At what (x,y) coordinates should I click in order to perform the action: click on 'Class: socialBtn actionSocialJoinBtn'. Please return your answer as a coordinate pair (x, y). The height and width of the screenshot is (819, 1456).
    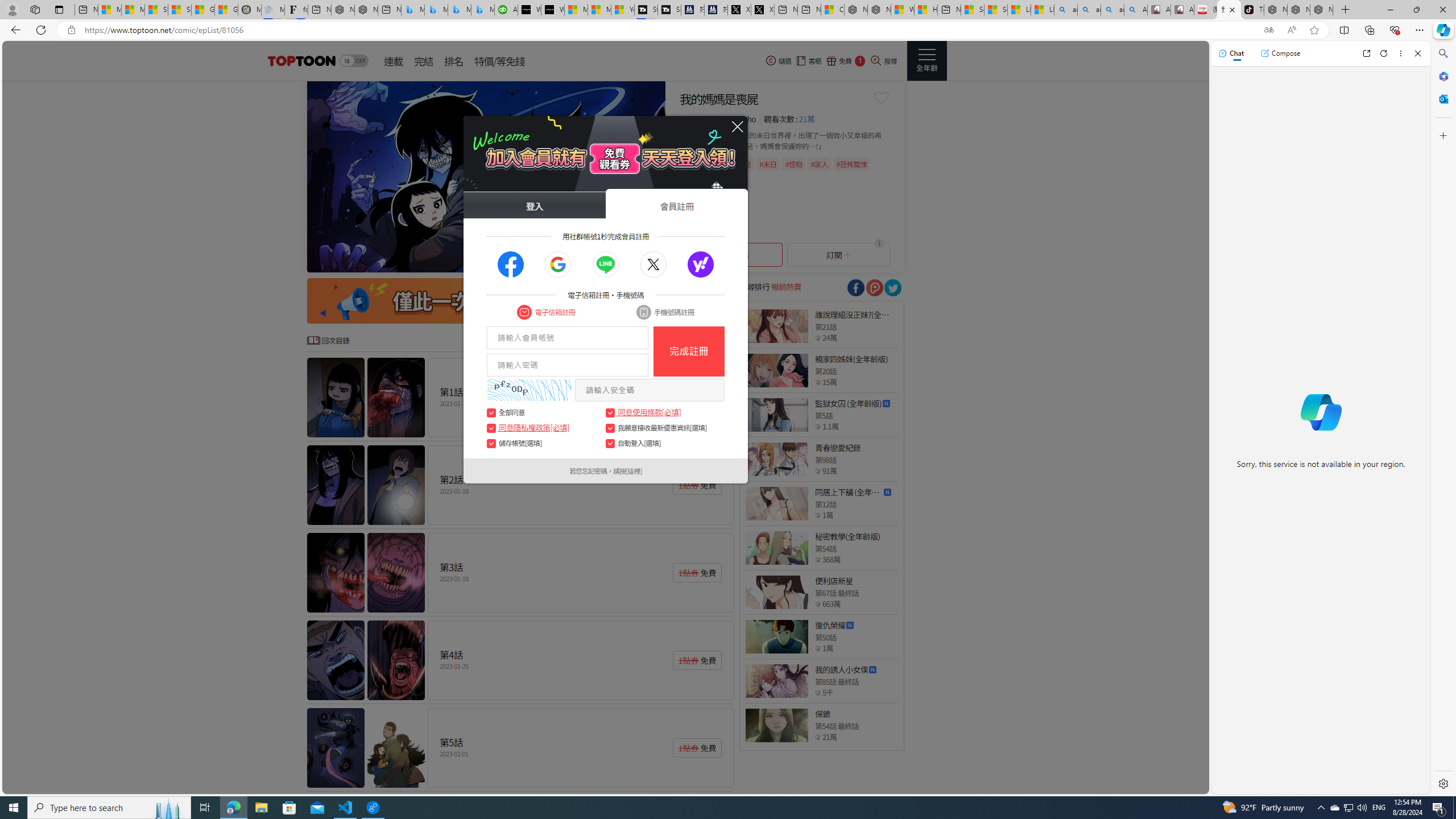
    Looking at the image, I should click on (700, 264).